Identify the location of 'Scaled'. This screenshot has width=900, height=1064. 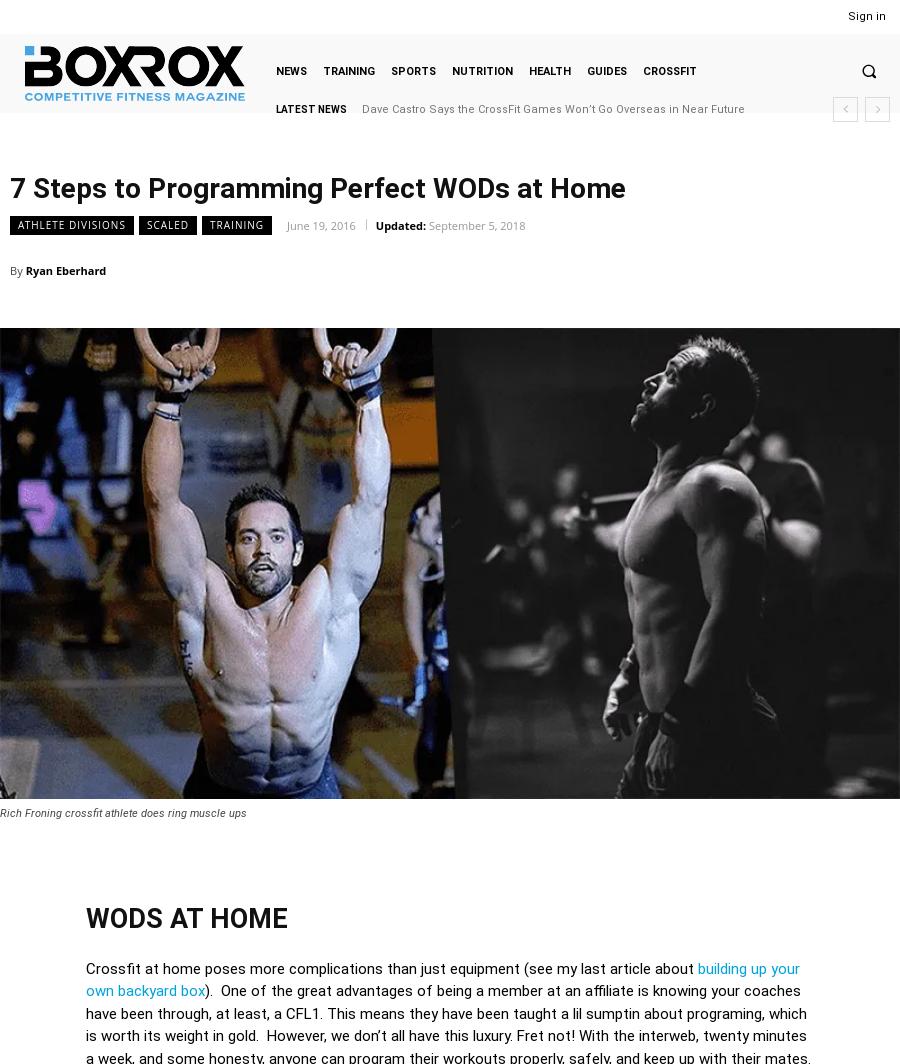
(167, 223).